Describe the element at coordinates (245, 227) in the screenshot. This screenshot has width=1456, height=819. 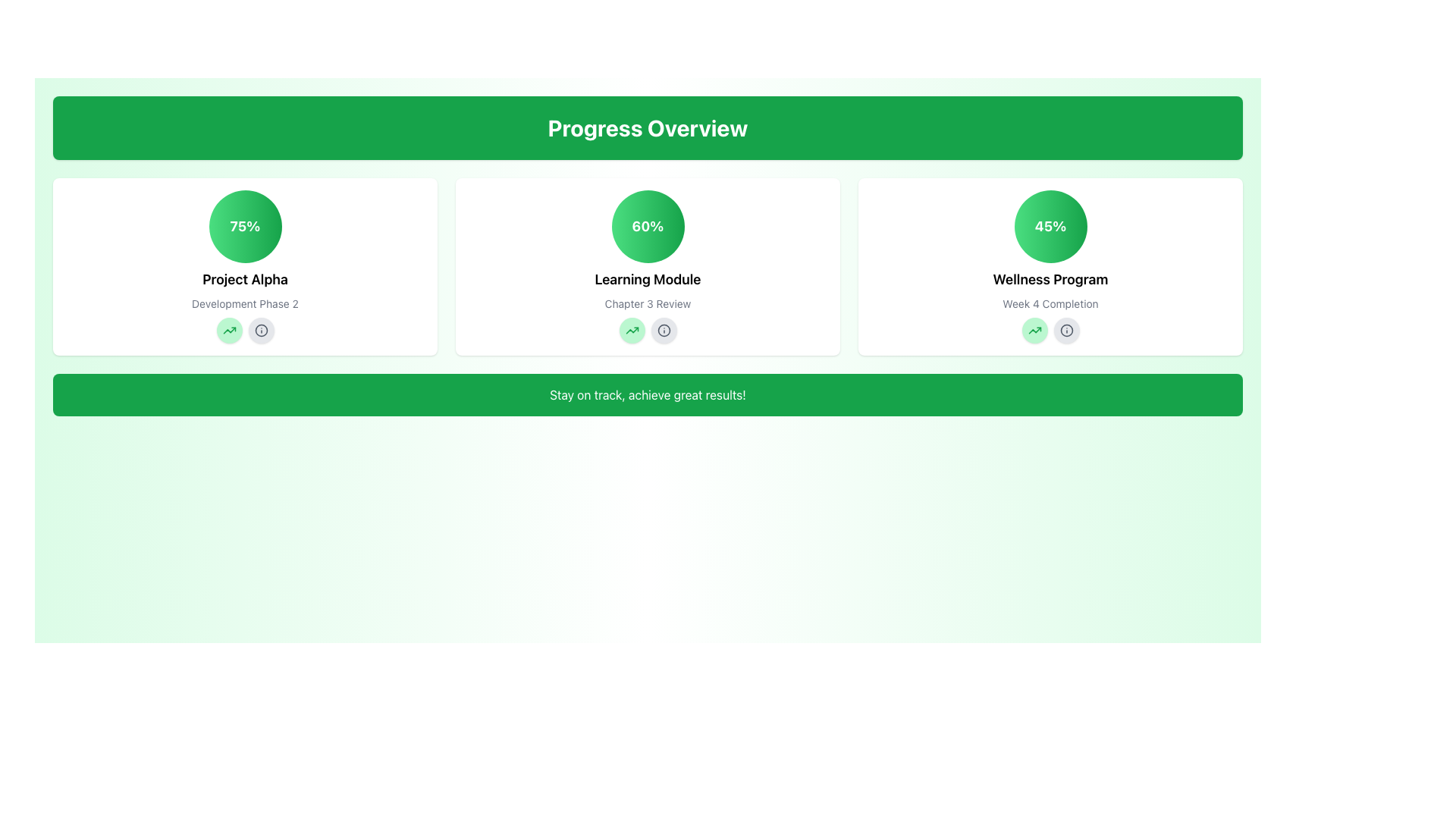
I see `the circular progress indicator representing 75% completion for Project Alpha, located in the leftmost card of the horizontal grid layout` at that location.